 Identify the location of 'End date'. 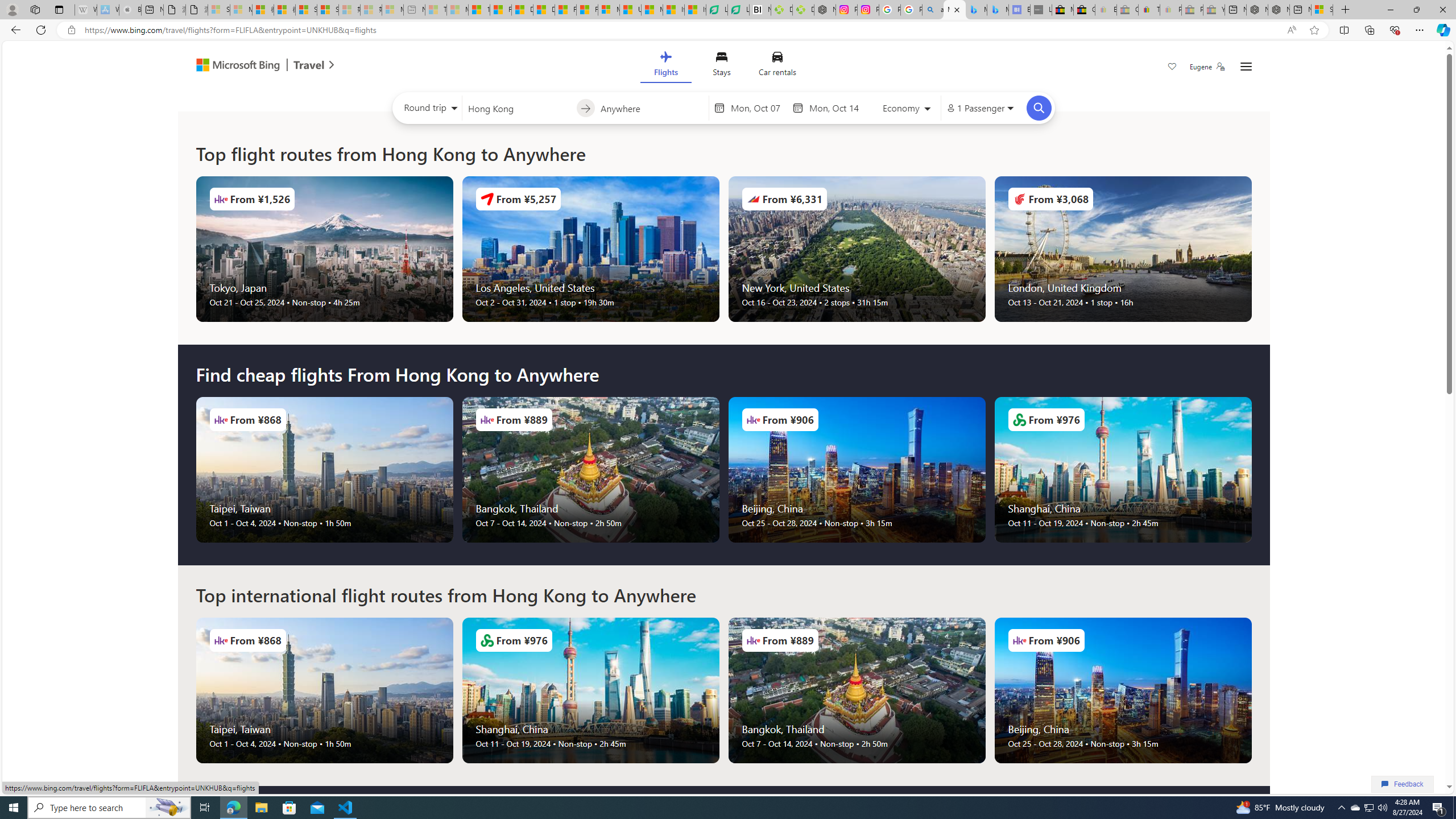
(835, 107).